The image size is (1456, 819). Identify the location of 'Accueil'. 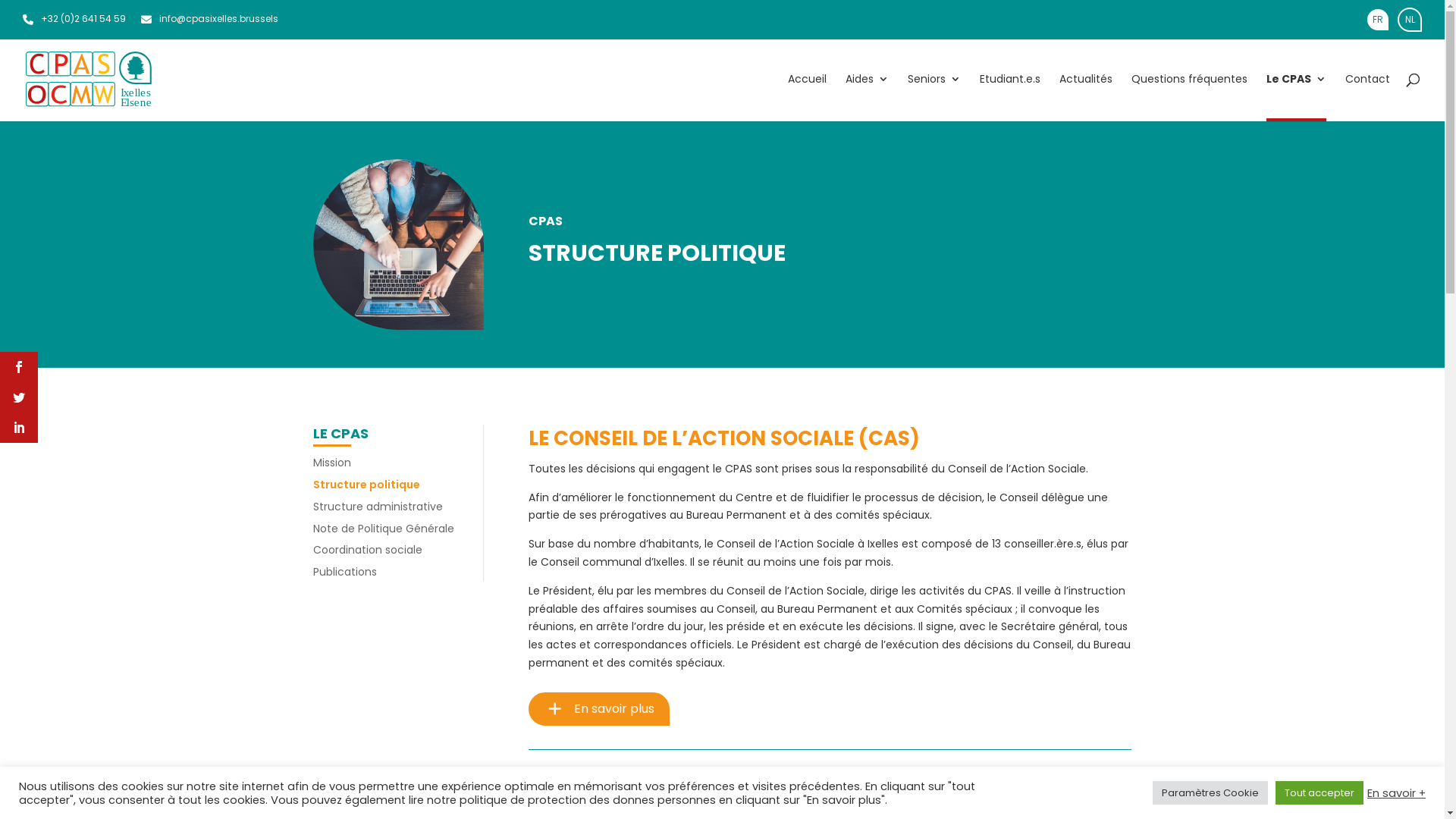
(806, 97).